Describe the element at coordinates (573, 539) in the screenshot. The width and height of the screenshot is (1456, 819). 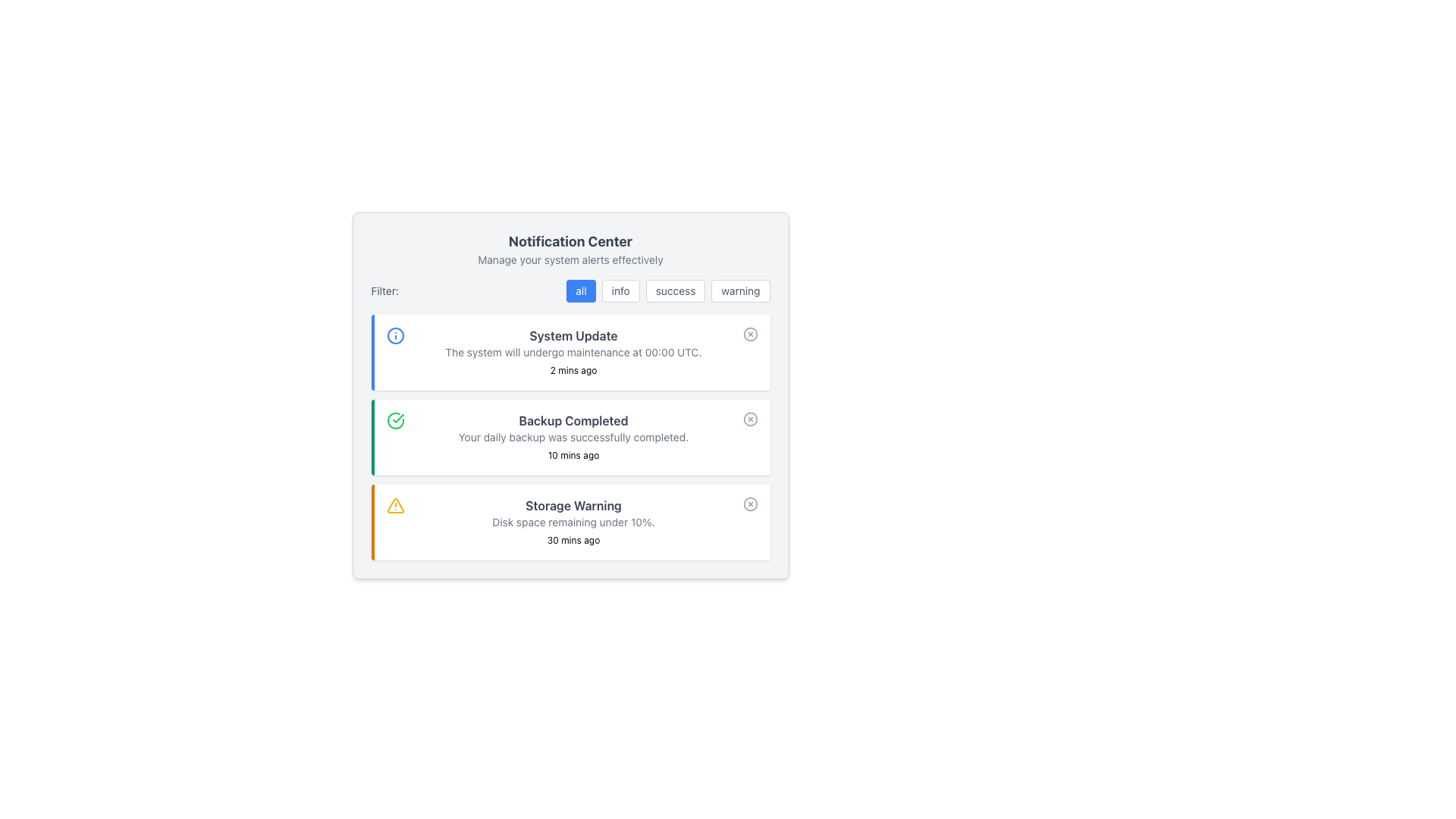
I see `the static text displaying the elapsed time since the storage warning message was generated, located within the 'Storage Warning' notification card` at that location.